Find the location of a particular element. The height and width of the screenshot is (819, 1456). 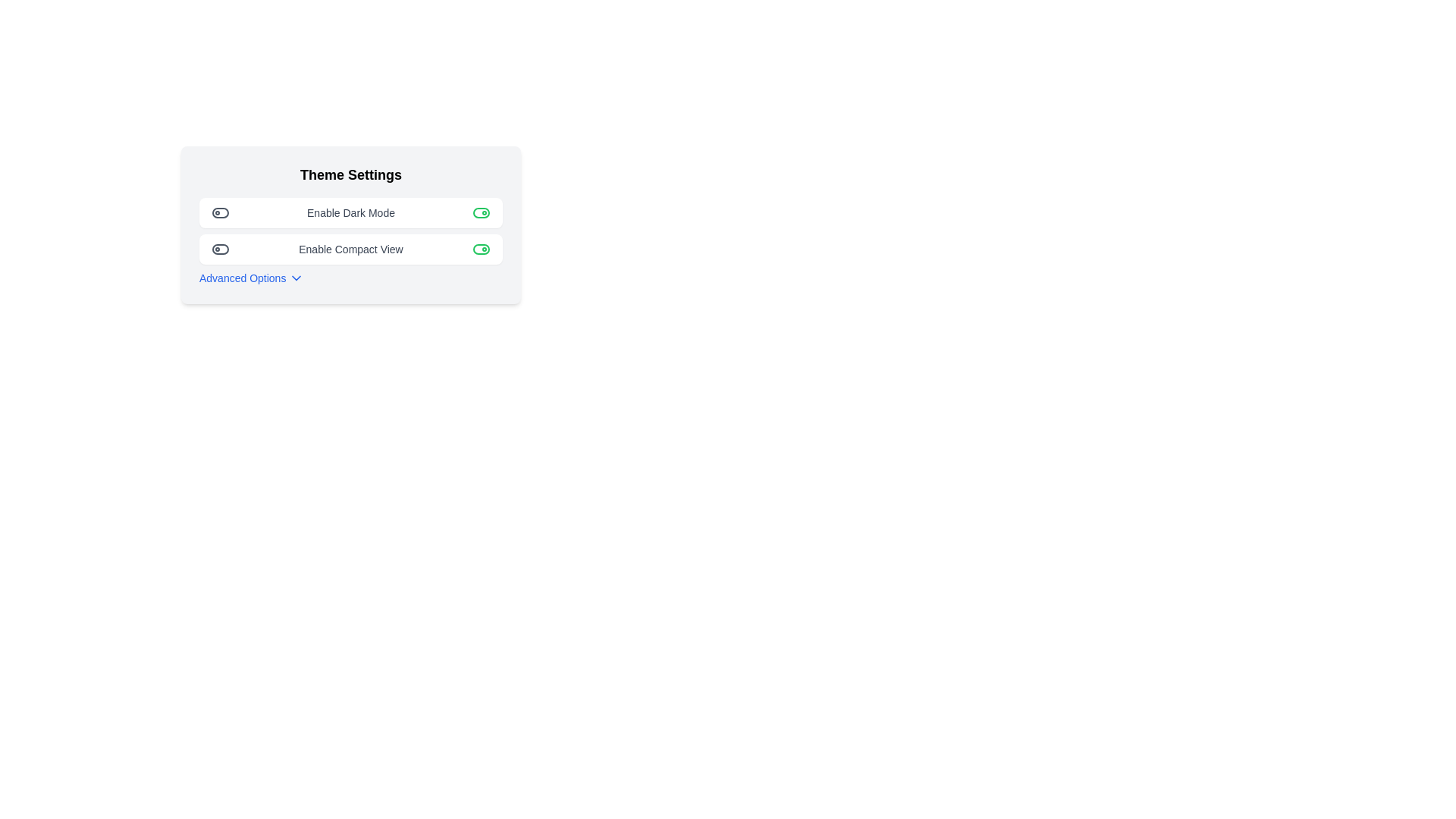

the toggle switch is located at coordinates (220, 248).